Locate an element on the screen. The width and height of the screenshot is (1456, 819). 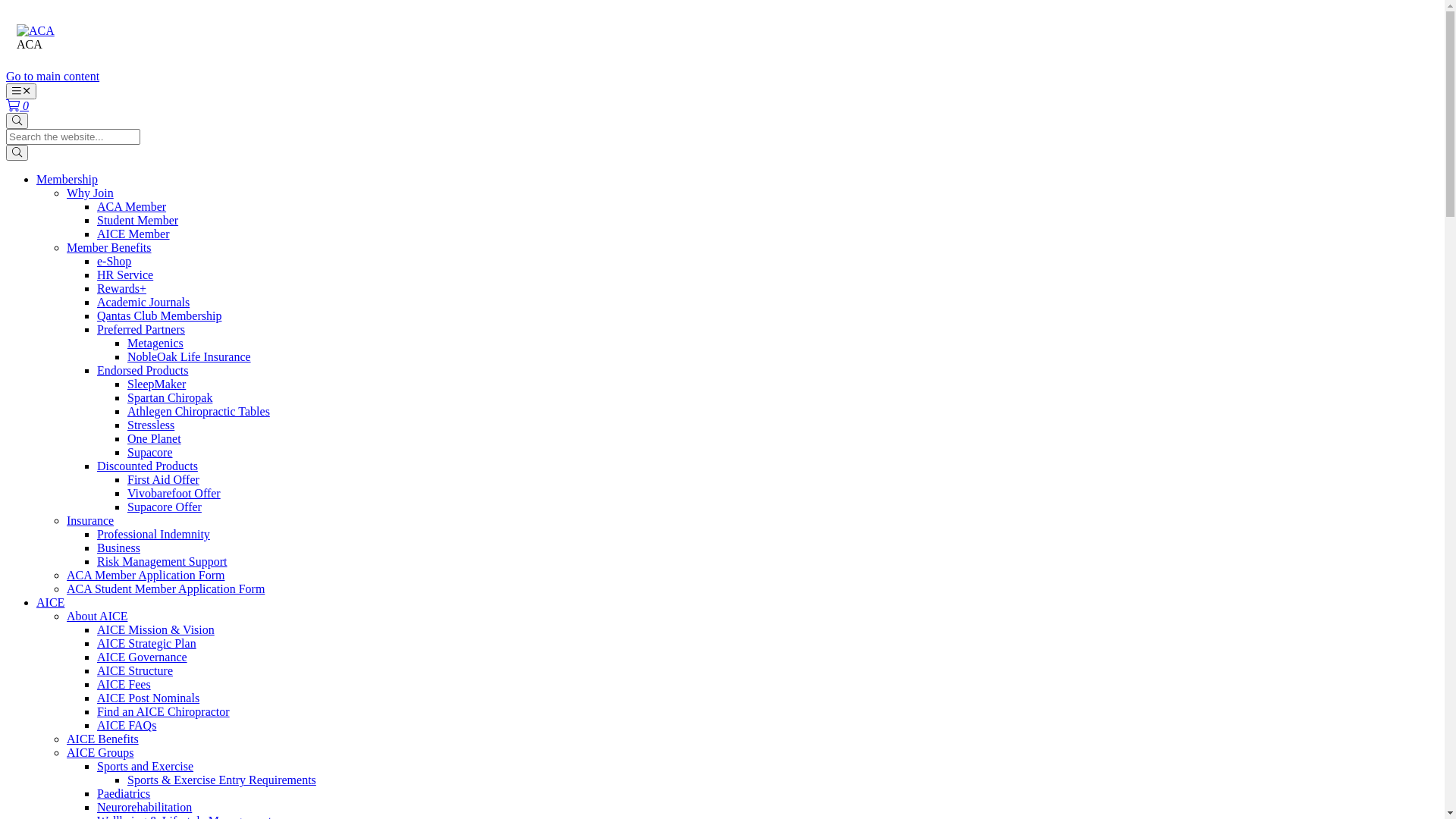
'Metagenics' is located at coordinates (155, 343).